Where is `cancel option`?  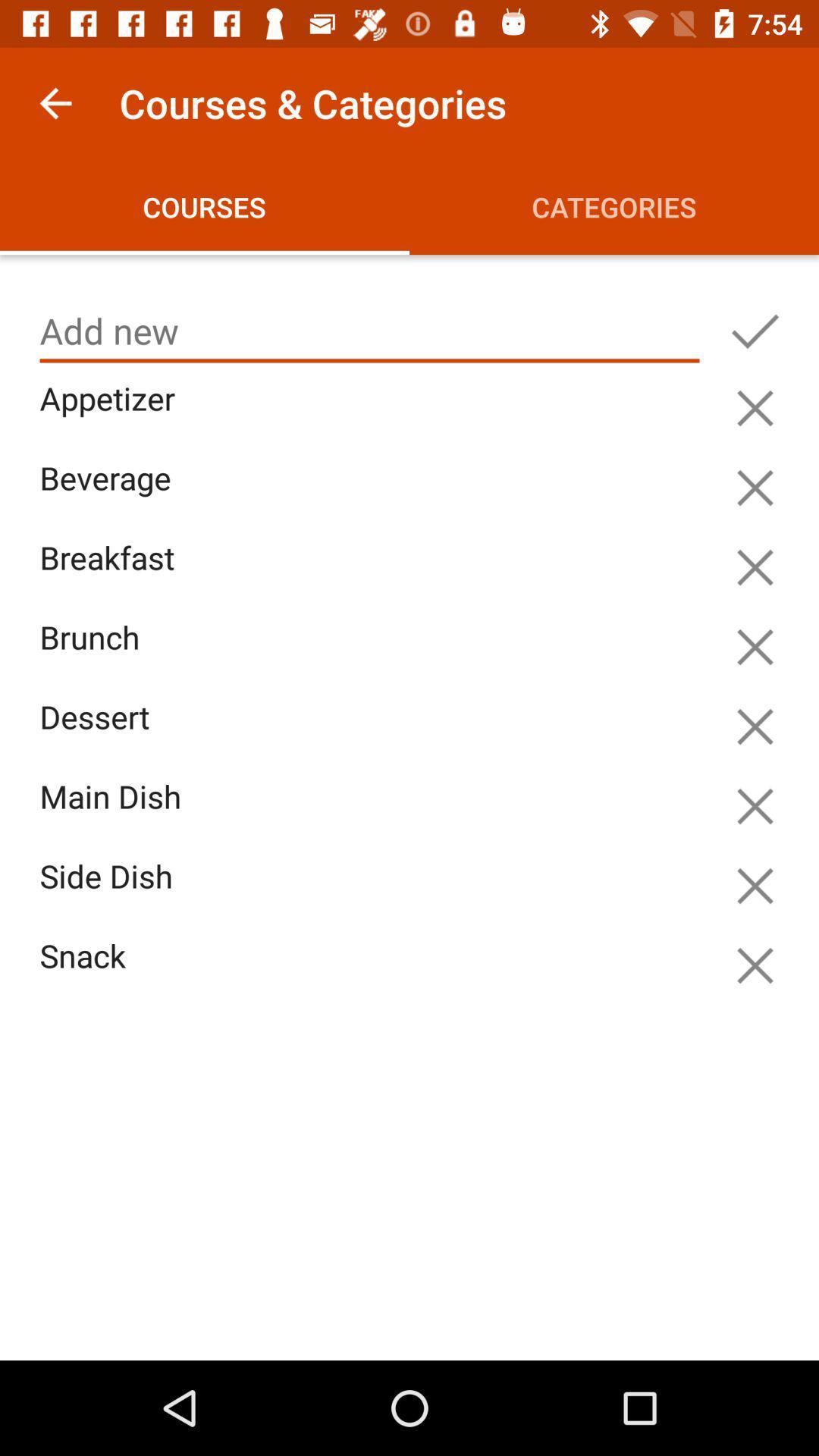
cancel option is located at coordinates (755, 726).